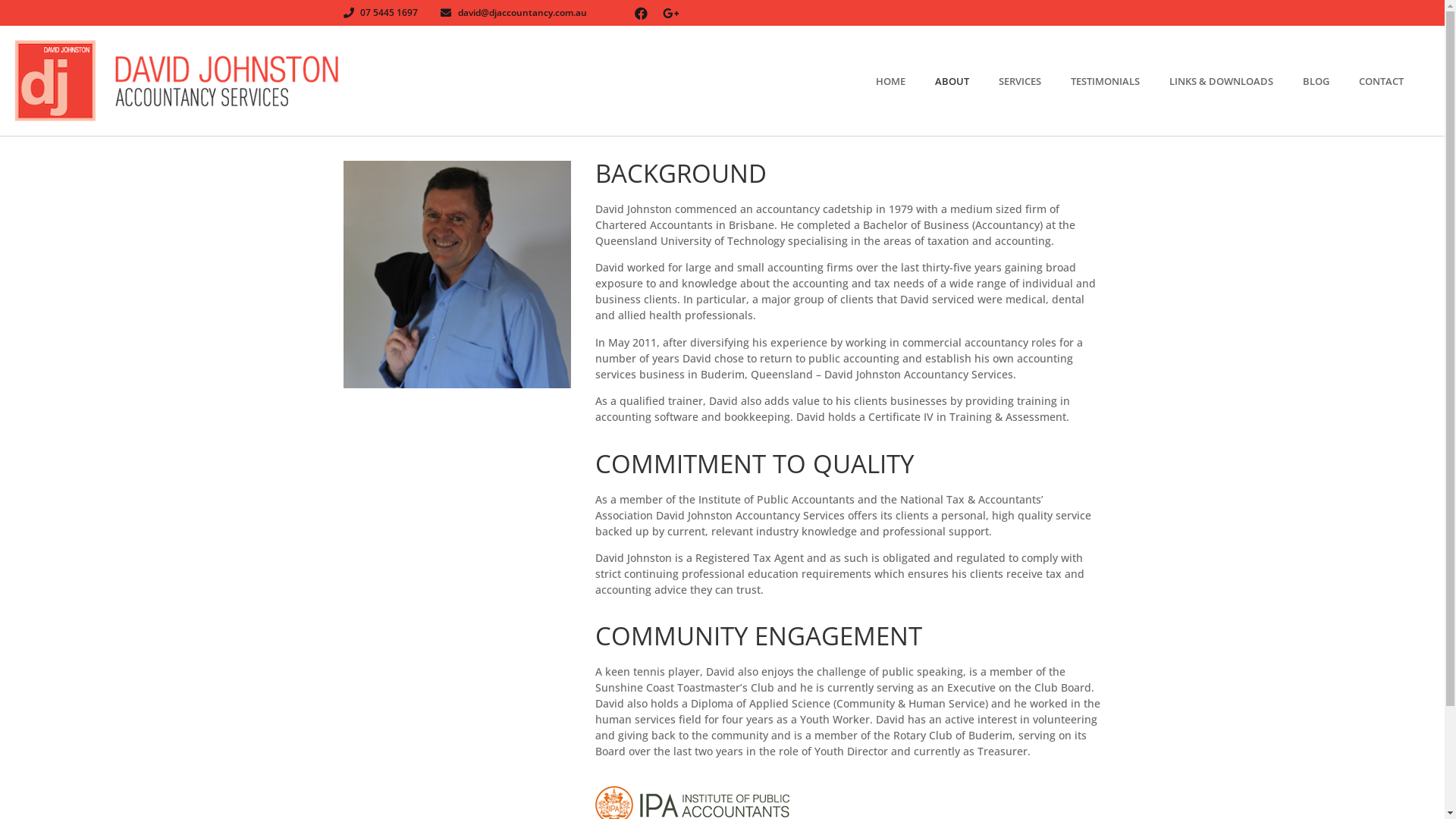  What do you see at coordinates (905, 81) in the screenshot?
I see `'HOME'` at bounding box center [905, 81].